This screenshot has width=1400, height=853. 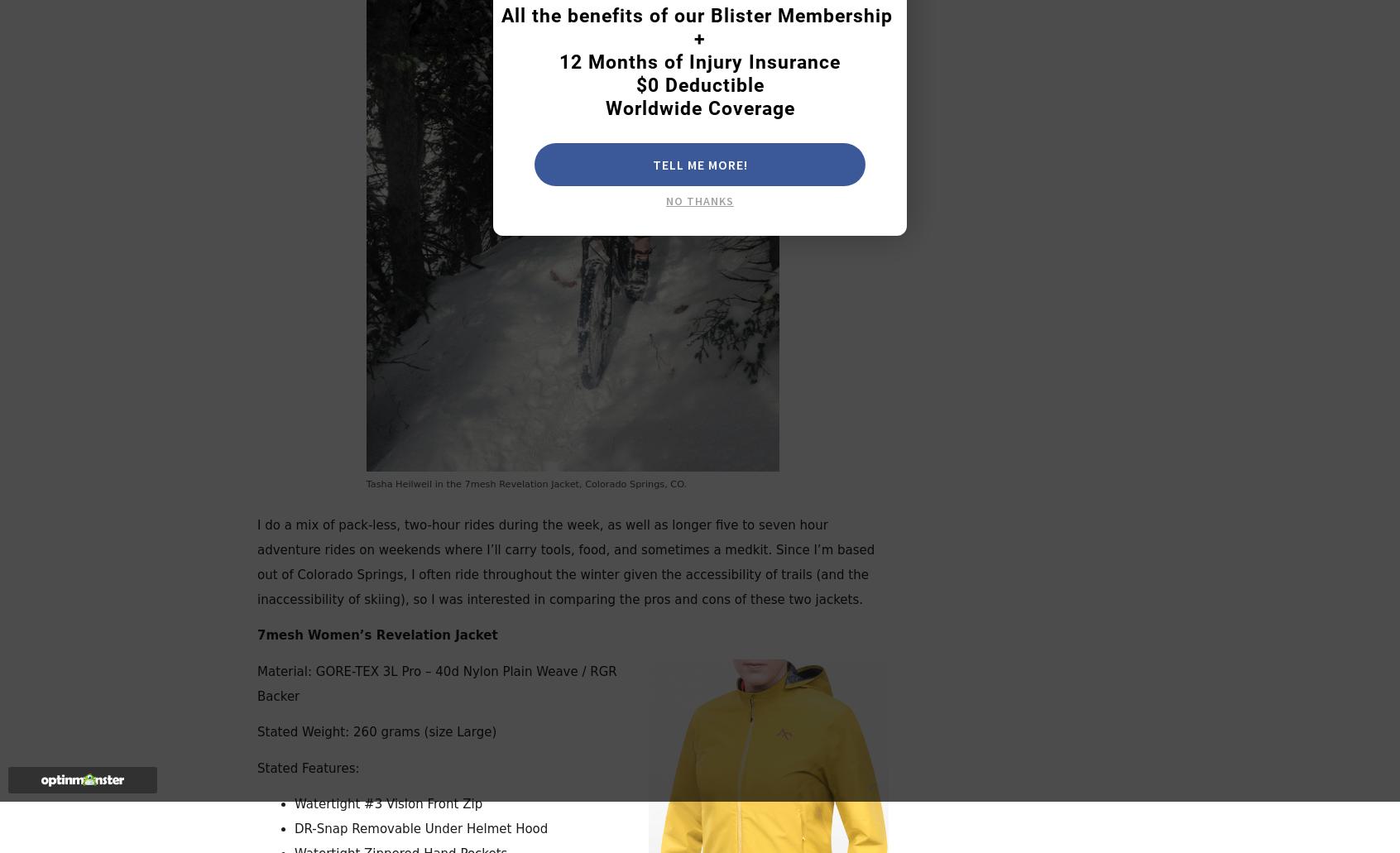 What do you see at coordinates (699, 85) in the screenshot?
I see `'$0 Deductible'` at bounding box center [699, 85].